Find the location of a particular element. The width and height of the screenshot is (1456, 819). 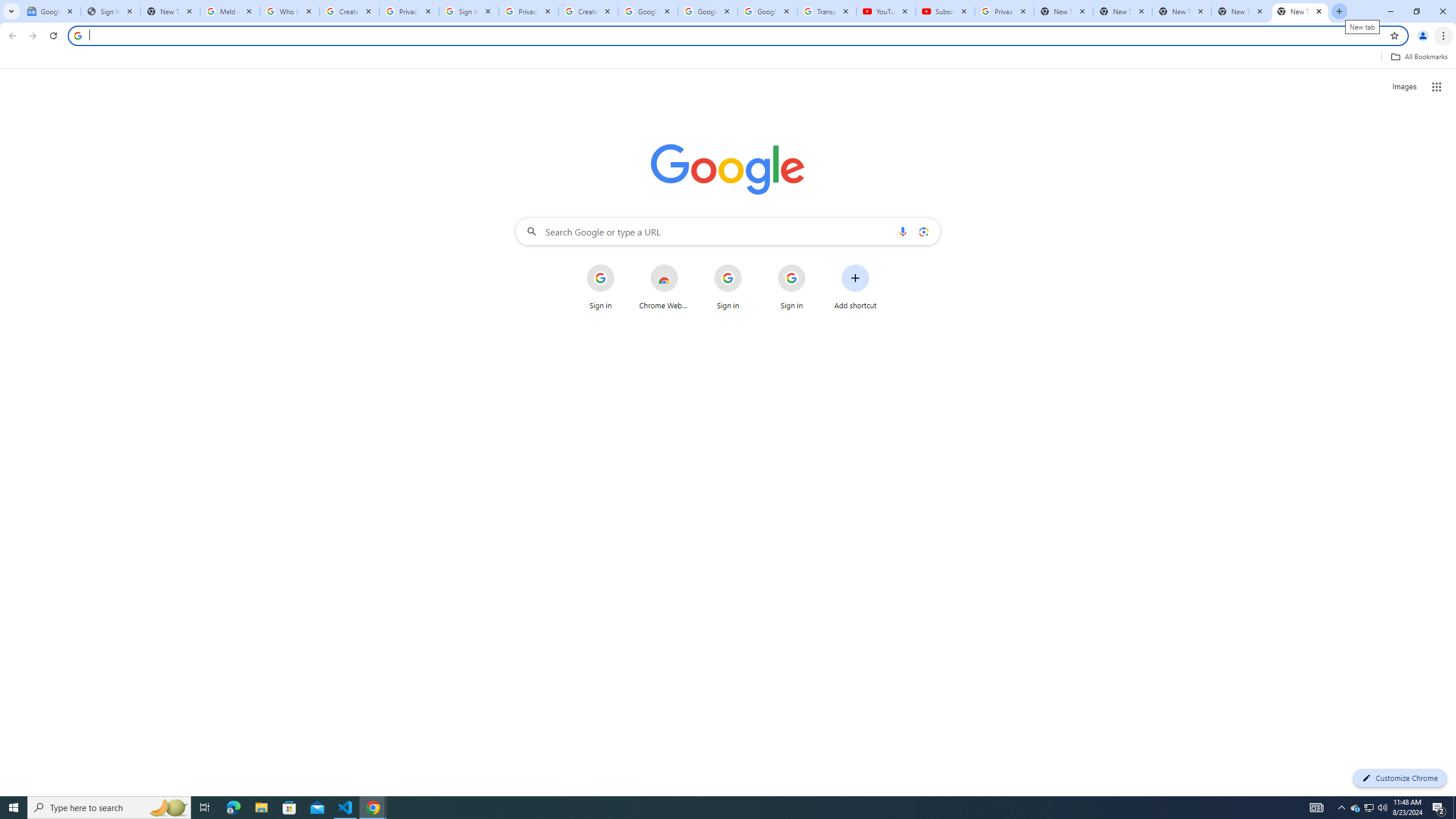

'Google Account' is located at coordinates (767, 11).